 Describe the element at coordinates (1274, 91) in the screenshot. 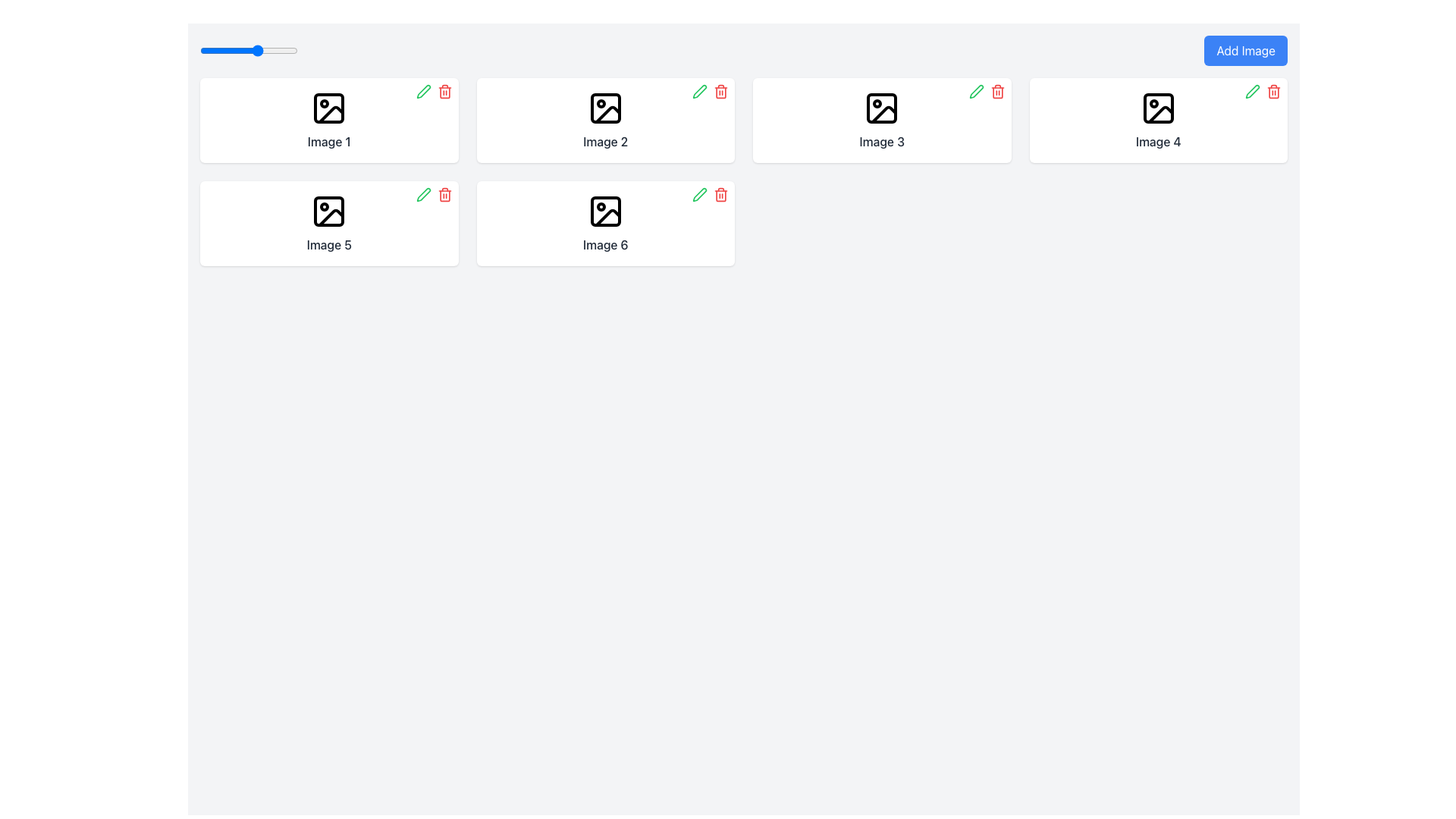

I see `the trash icon located in the upper-right corner of the image card` at that location.